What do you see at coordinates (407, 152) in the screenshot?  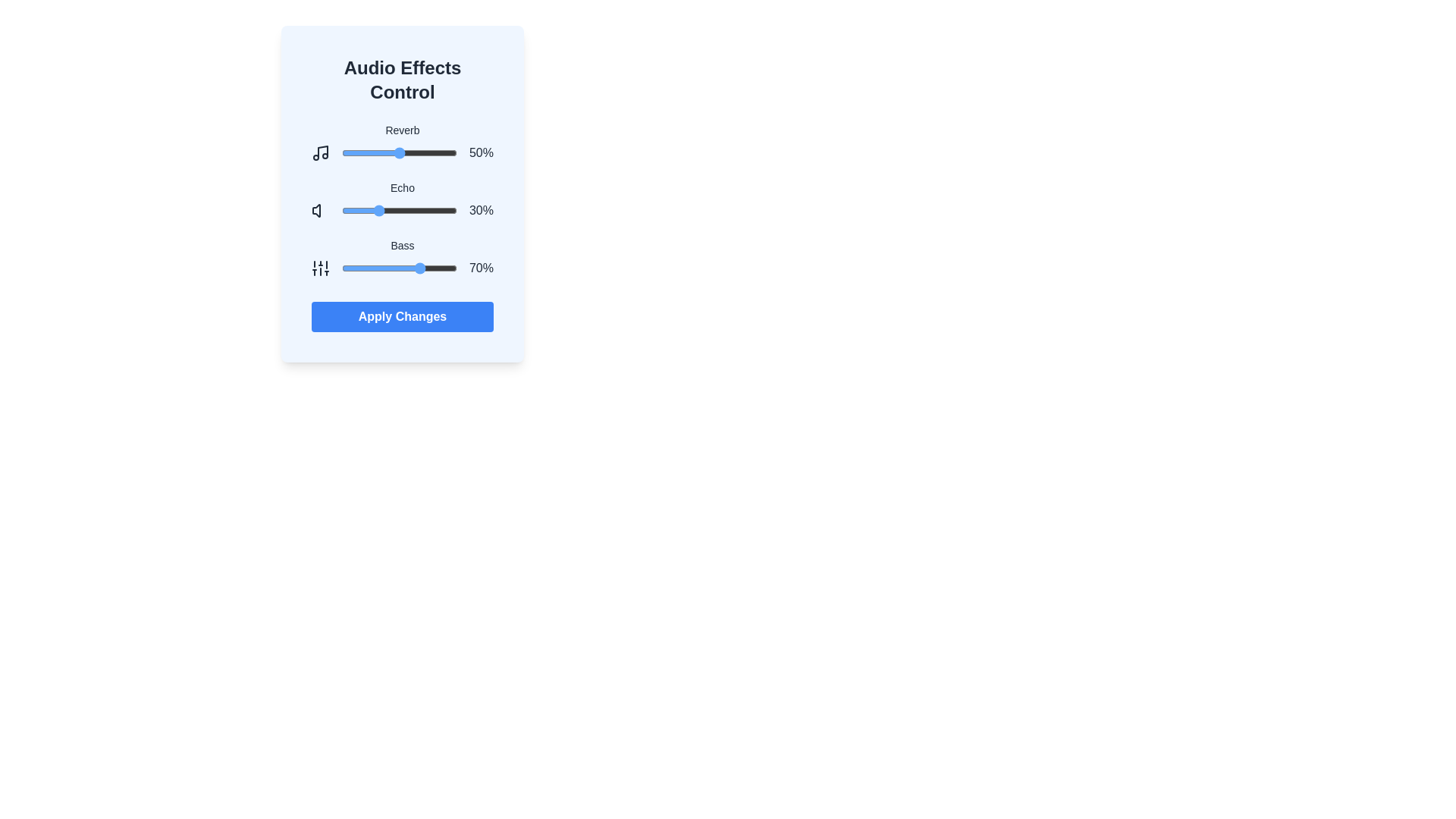 I see `the reverb effect` at bounding box center [407, 152].